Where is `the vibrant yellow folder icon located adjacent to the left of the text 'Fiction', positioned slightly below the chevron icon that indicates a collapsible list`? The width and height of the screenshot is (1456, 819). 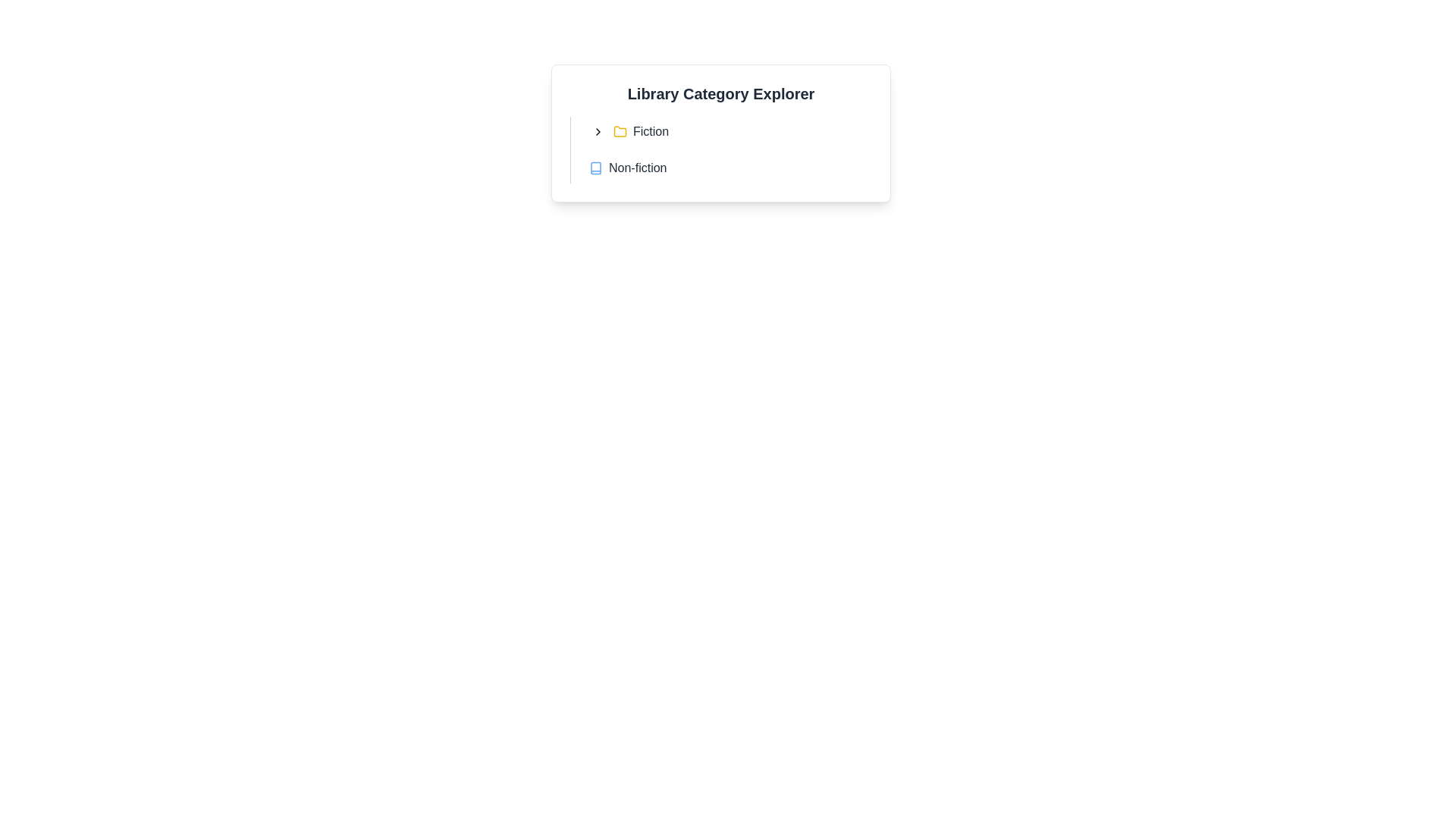 the vibrant yellow folder icon located adjacent to the left of the text 'Fiction', positioned slightly below the chevron icon that indicates a collapsible list is located at coordinates (620, 130).